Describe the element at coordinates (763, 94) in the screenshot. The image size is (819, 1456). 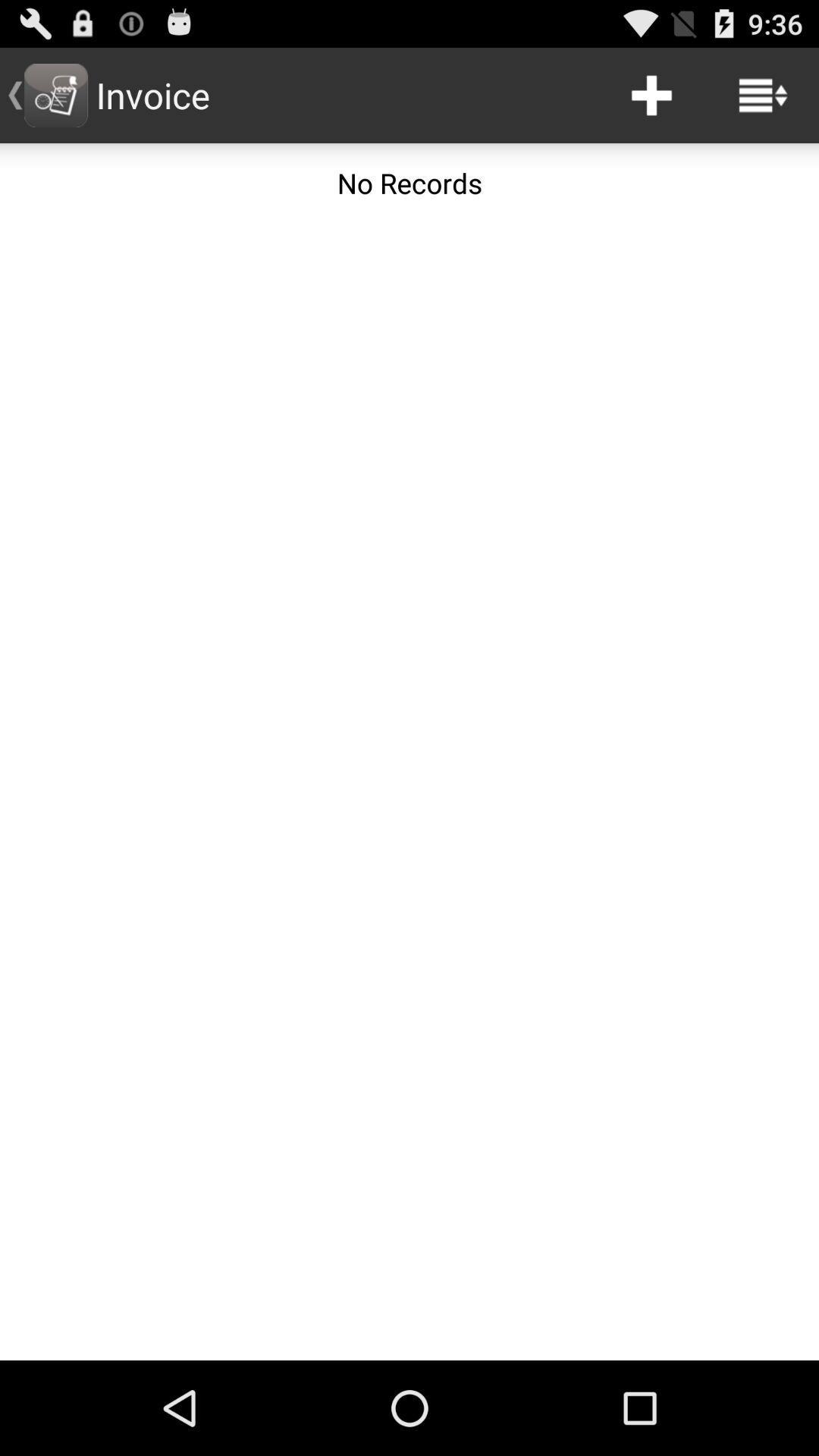
I see `icon above the no records icon` at that location.